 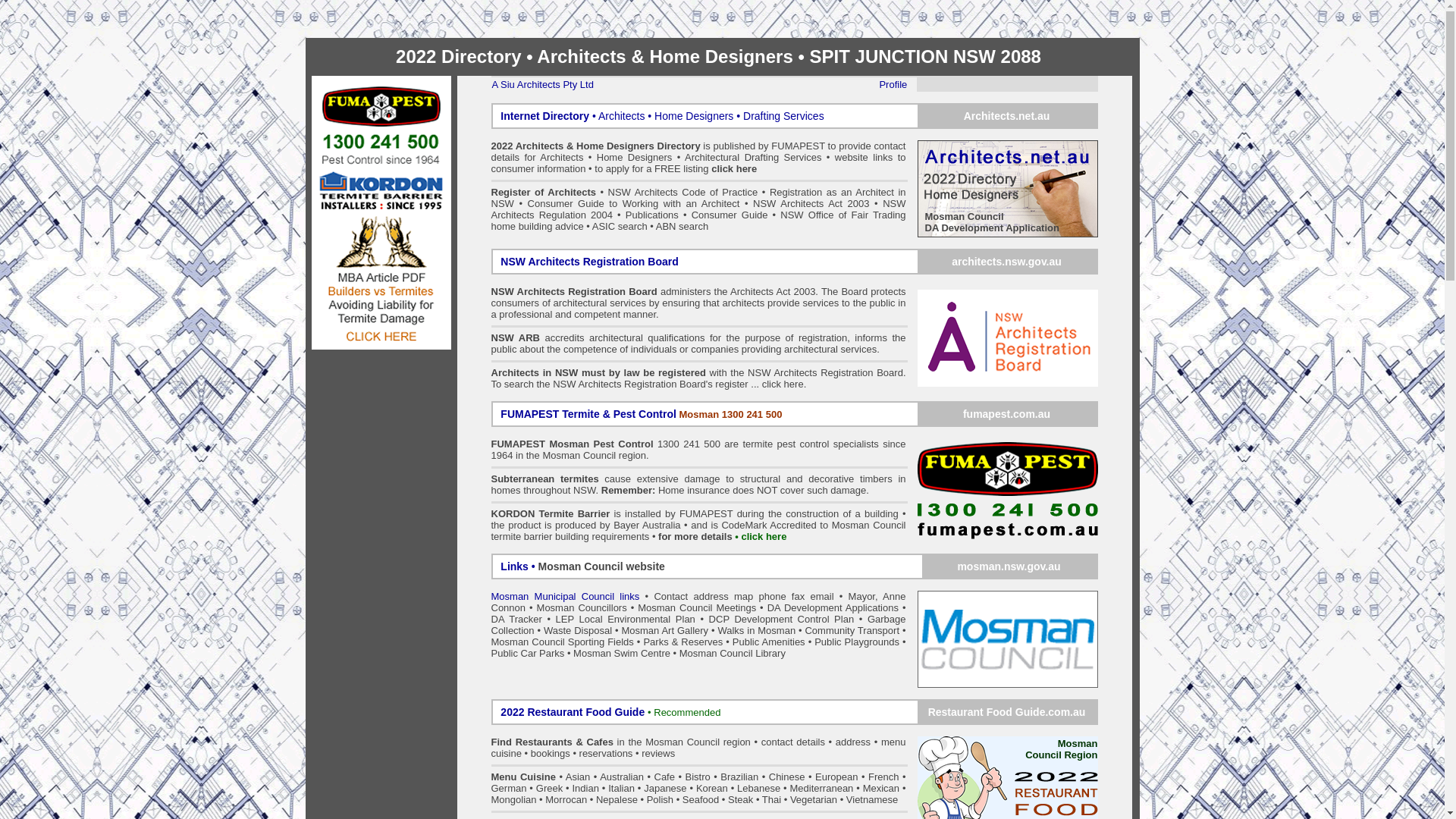 What do you see at coordinates (562, 642) in the screenshot?
I see `'Mosman Council Sporting Fields'` at bounding box center [562, 642].